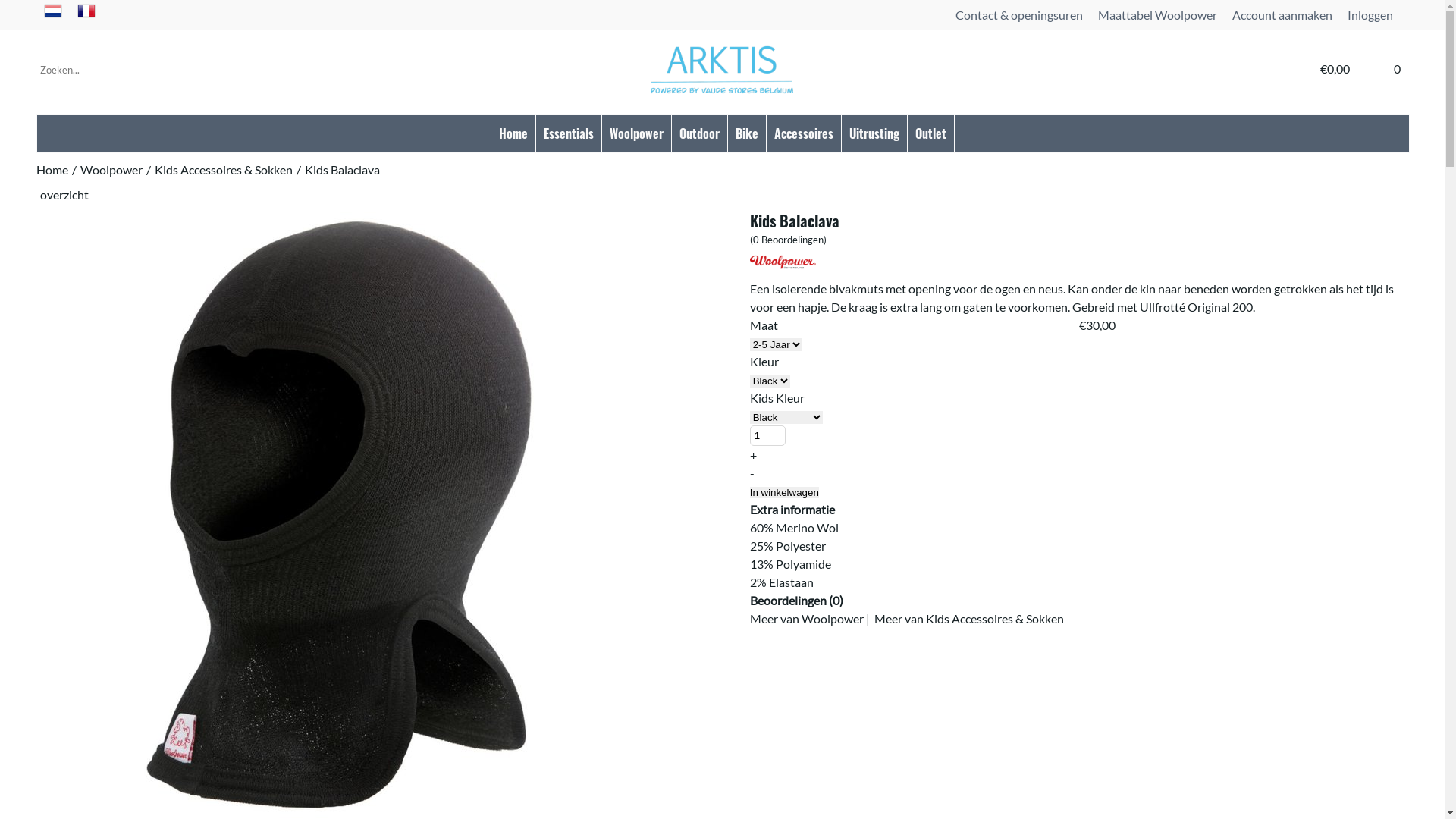 The image size is (1456, 819). I want to click on 'Woolpower', so click(111, 171).